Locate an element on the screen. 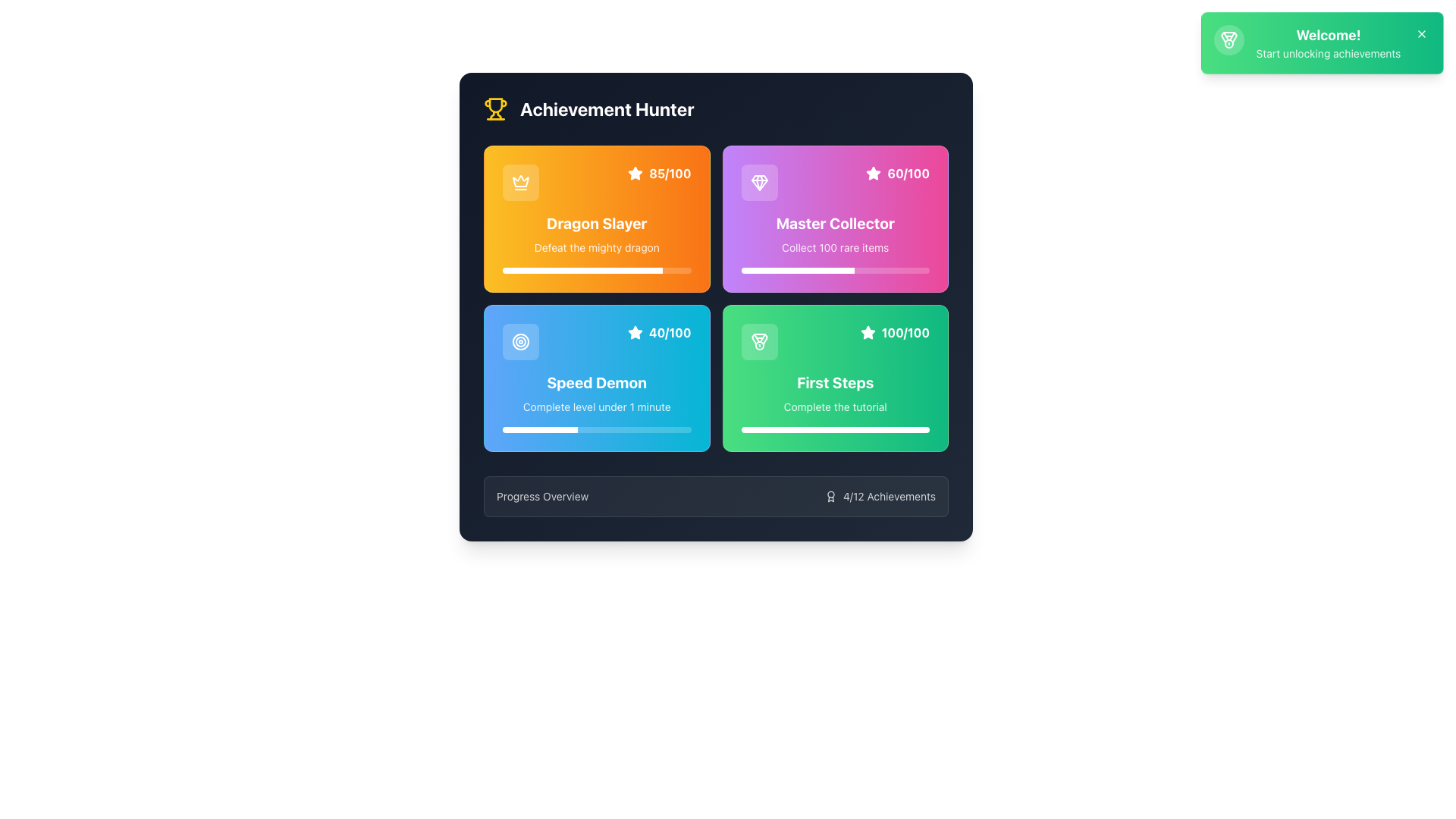 The image size is (1456, 819). text displayed in the numerical indicator located in the 'Speed Demon' section of the 'Achievement Hunter' interface, positioned to the right of a star-shaped icon is located at coordinates (669, 332).